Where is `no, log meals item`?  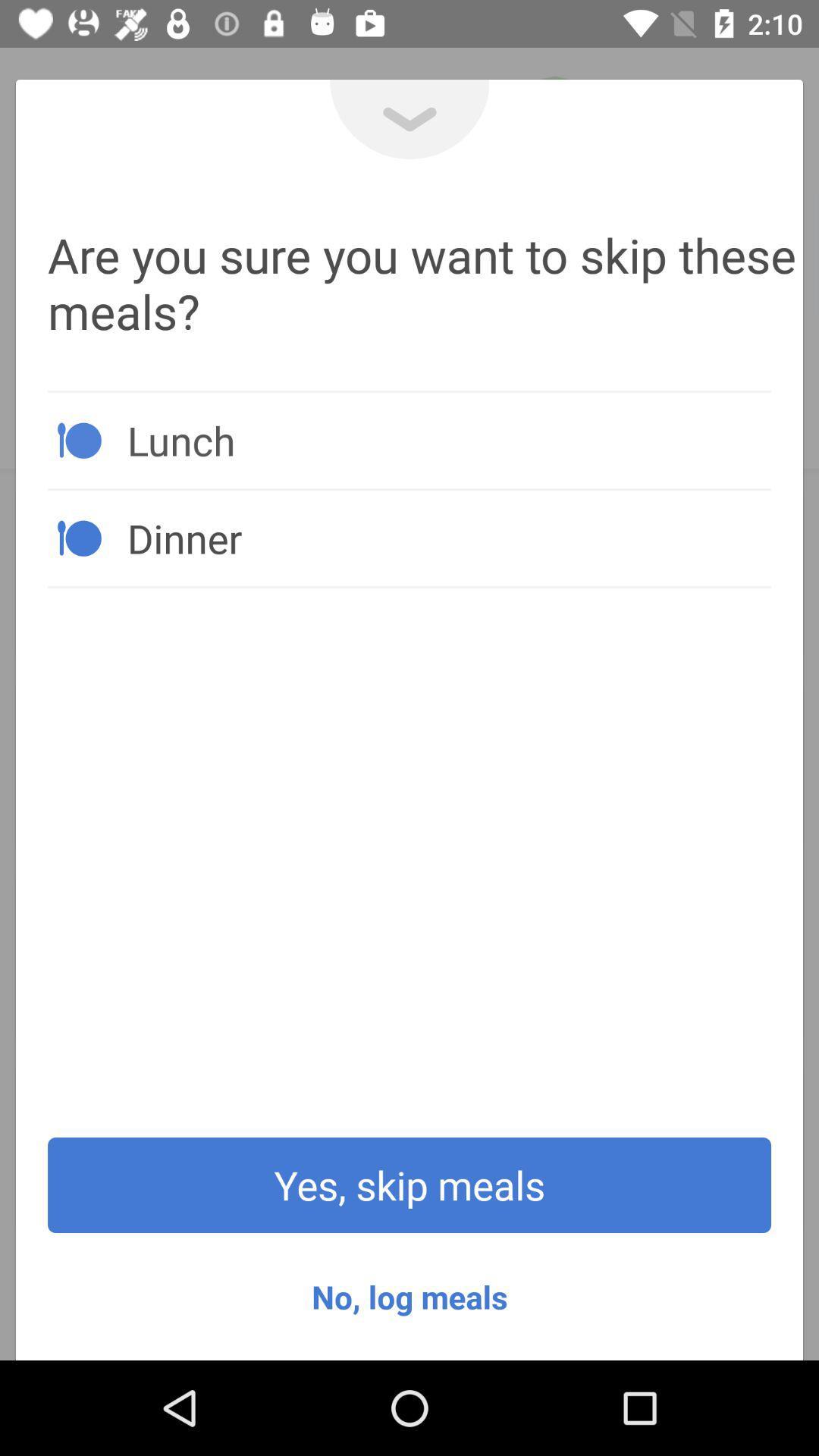 no, log meals item is located at coordinates (409, 1295).